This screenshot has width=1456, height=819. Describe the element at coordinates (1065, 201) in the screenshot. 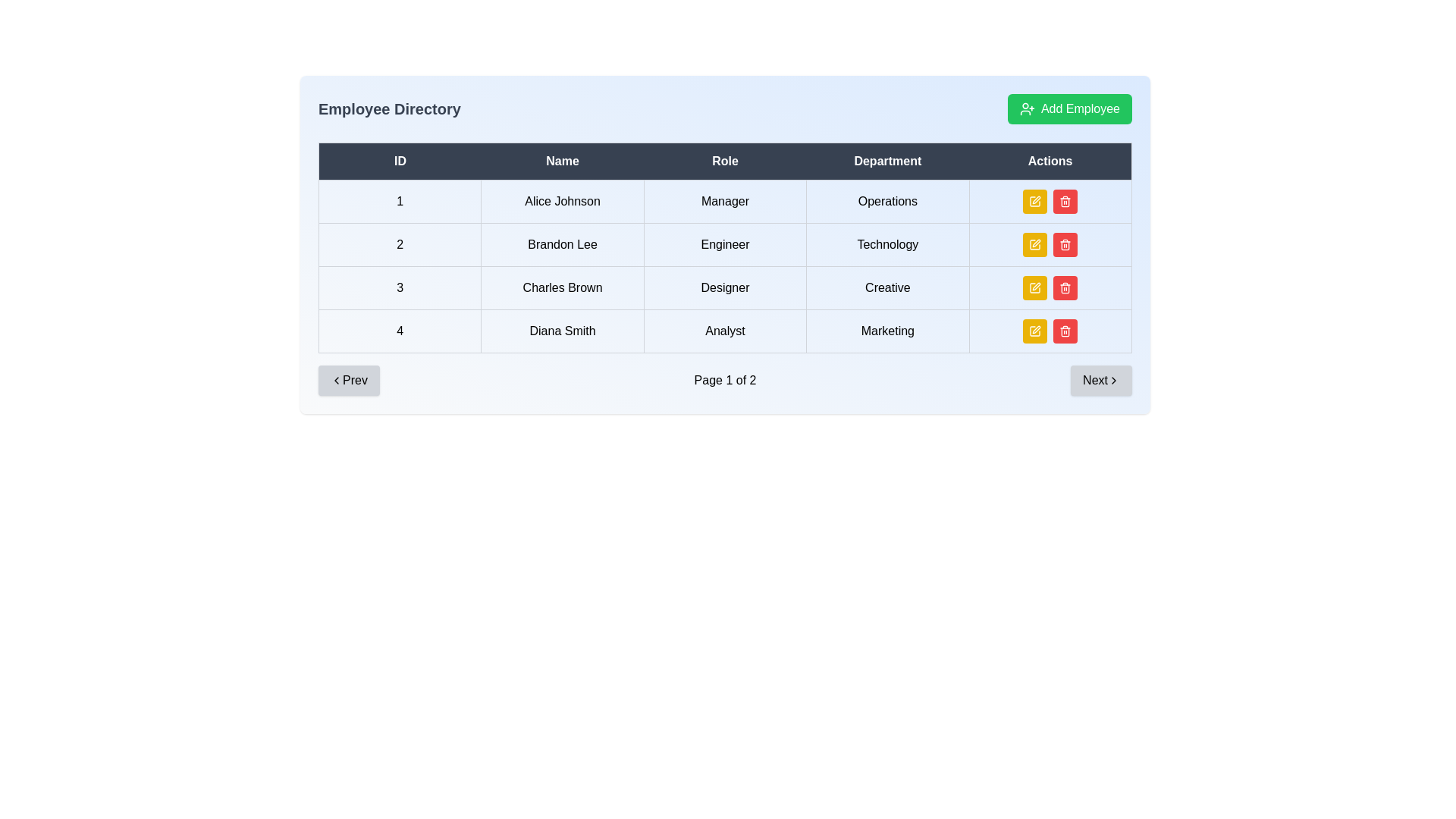

I see `the trash can icon button in the 'Actions' column of the fourth row` at that location.